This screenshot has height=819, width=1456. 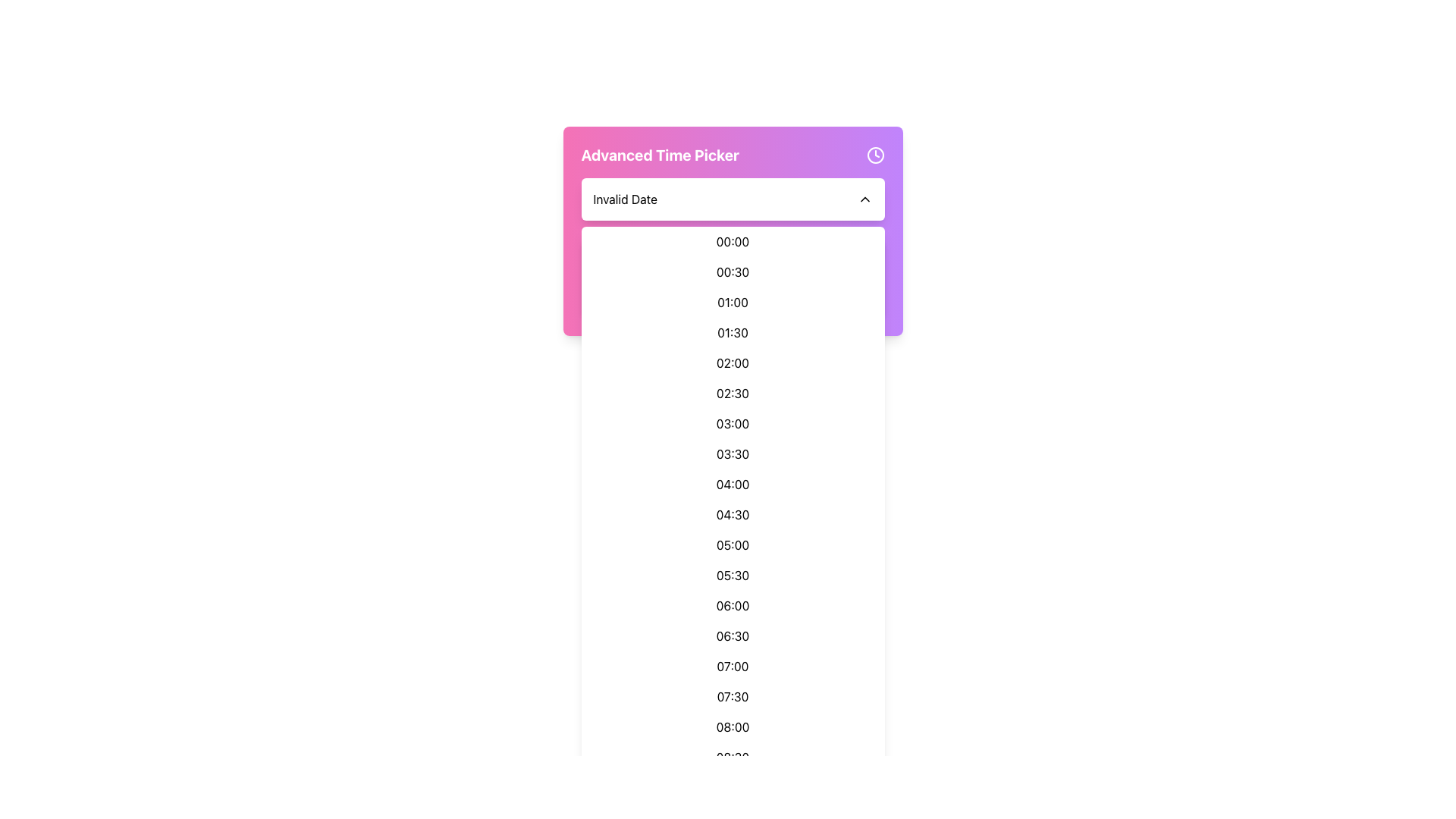 What do you see at coordinates (733, 298) in the screenshot?
I see `the static text label that instructs users to use a picker dropdown to adjust the time, located below the text 'The selected time is Invalid Date (Afternoon).'` at bounding box center [733, 298].